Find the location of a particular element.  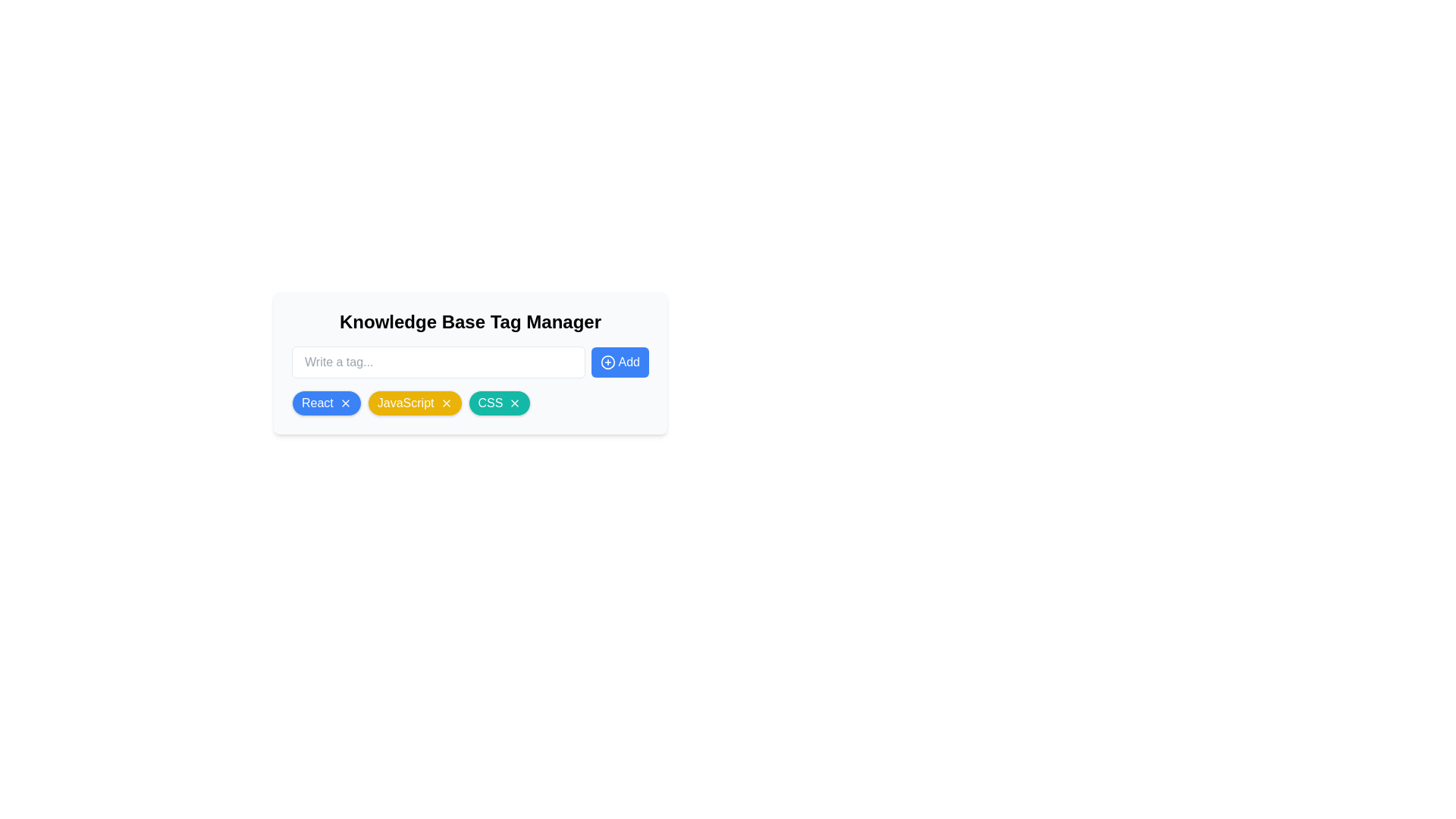

the Close Icon Button located at the right-most end of the JavaScript tag is located at coordinates (445, 403).